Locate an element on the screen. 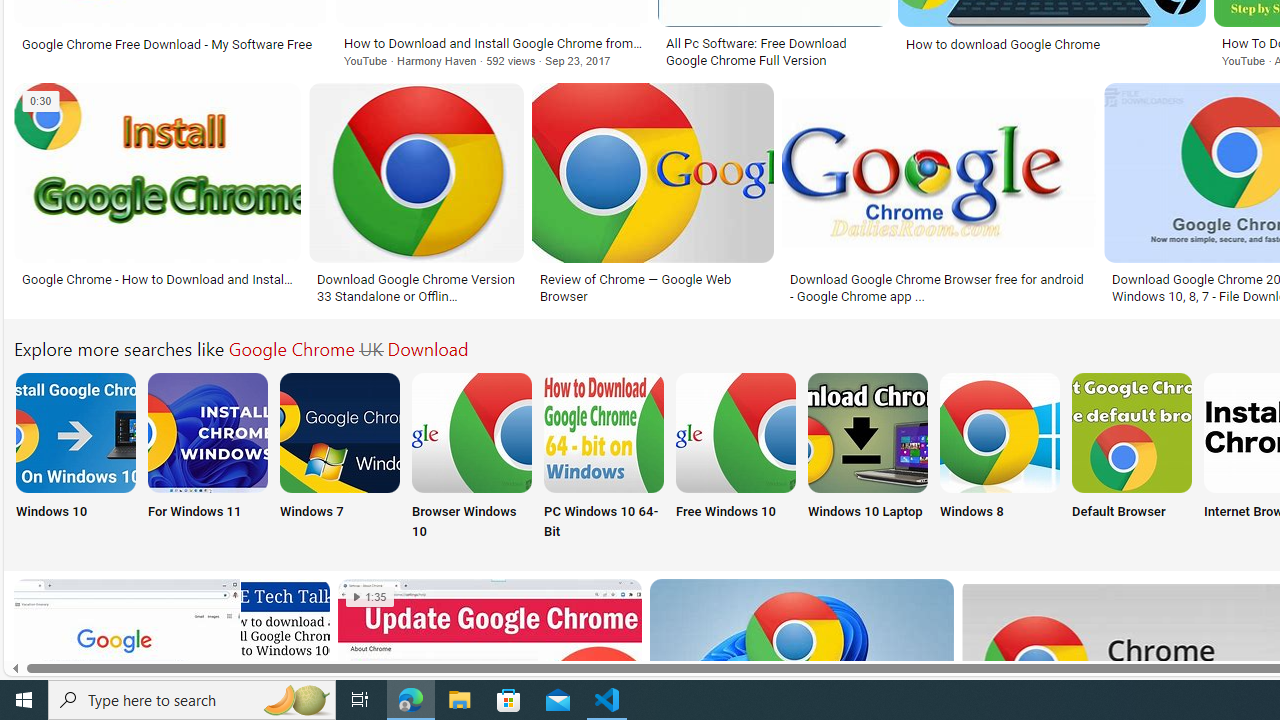  'Google Chrome Download Free Windows 10' is located at coordinates (735, 431).